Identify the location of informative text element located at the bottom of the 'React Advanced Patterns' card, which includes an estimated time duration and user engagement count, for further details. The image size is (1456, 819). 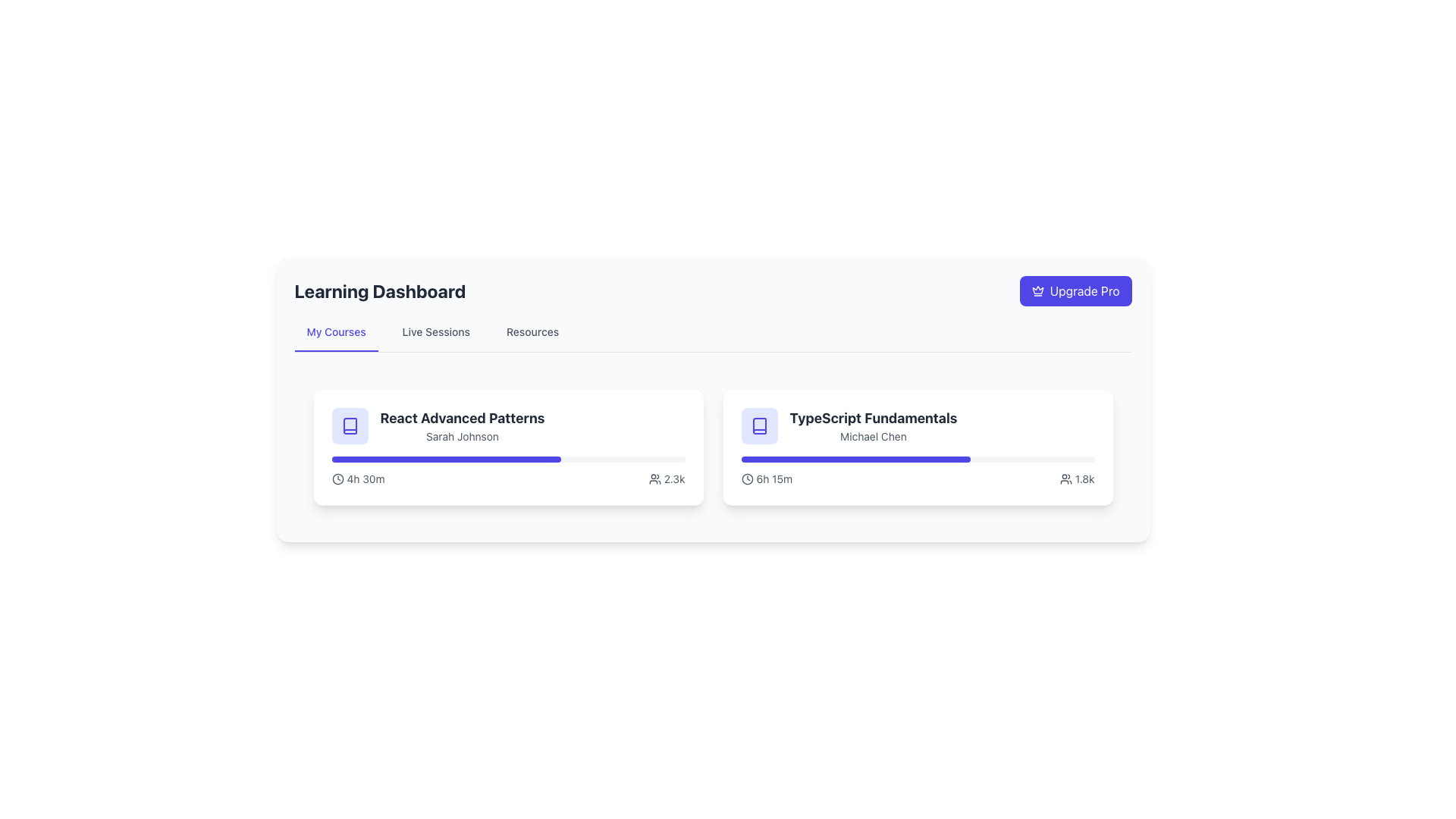
(508, 479).